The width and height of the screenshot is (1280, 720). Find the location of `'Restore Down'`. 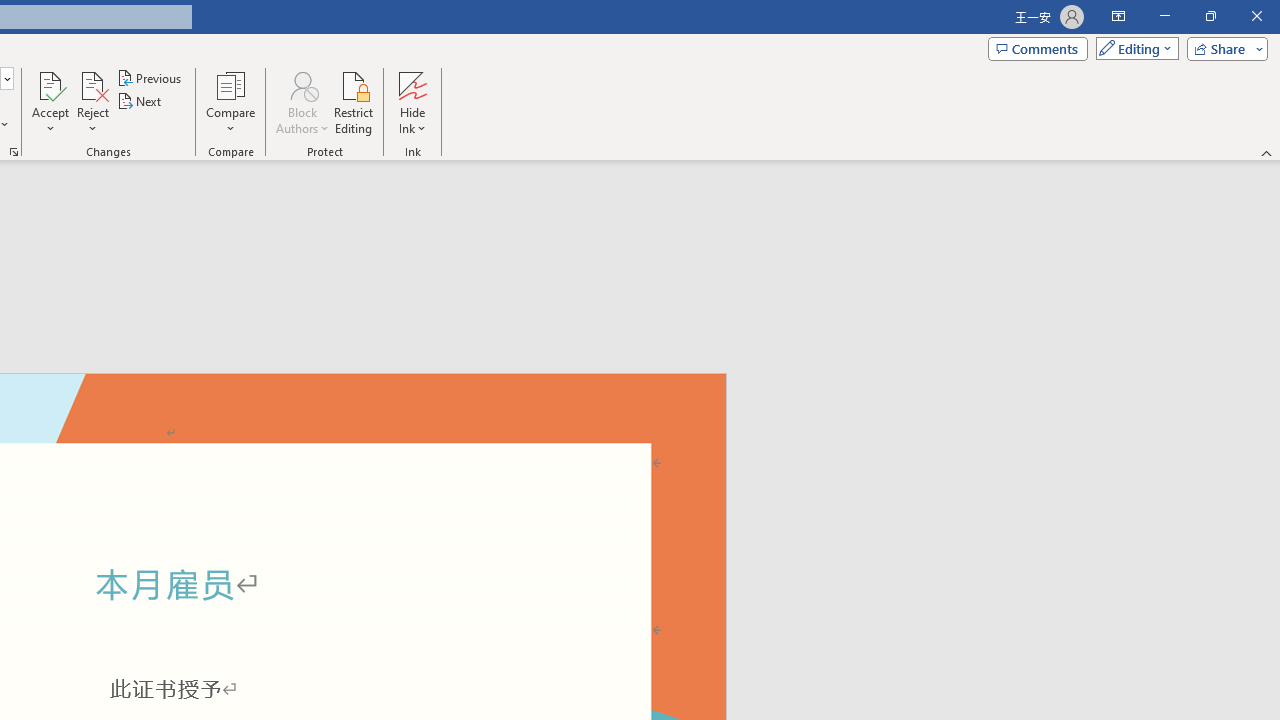

'Restore Down' is located at coordinates (1209, 16).